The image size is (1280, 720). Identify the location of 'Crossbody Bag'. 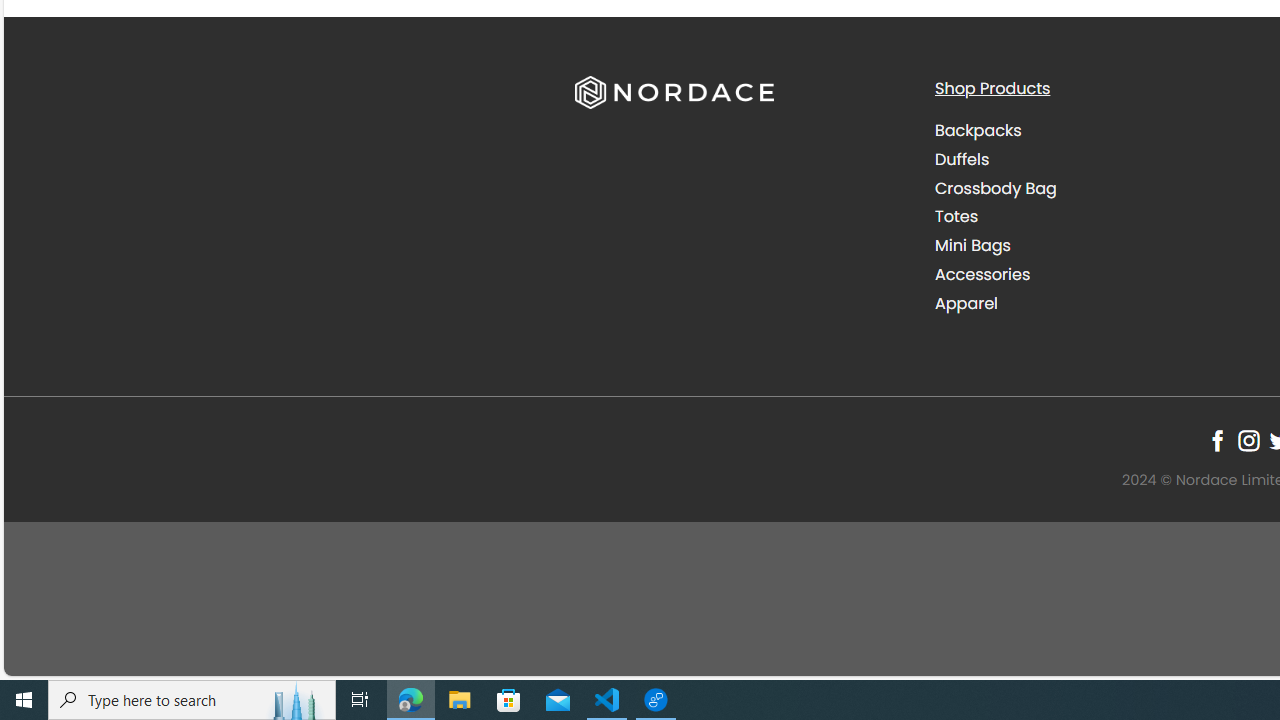
(1098, 188).